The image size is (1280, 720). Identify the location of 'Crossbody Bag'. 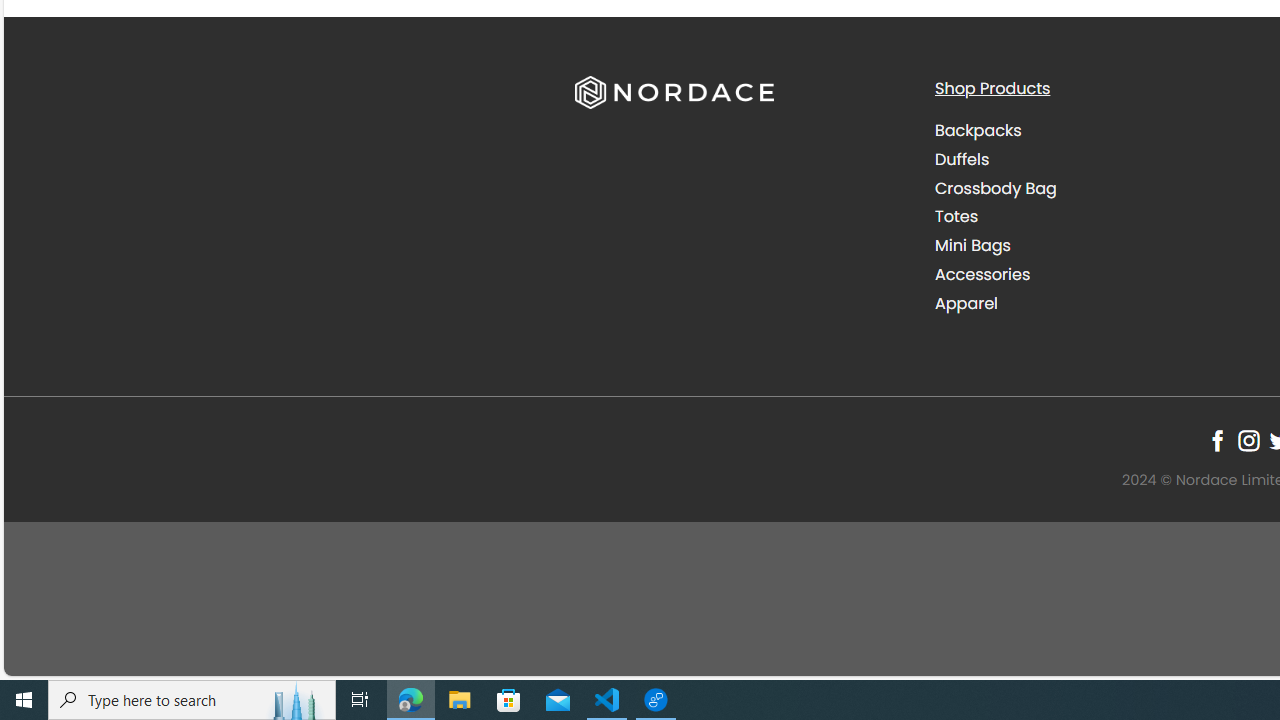
(1098, 188).